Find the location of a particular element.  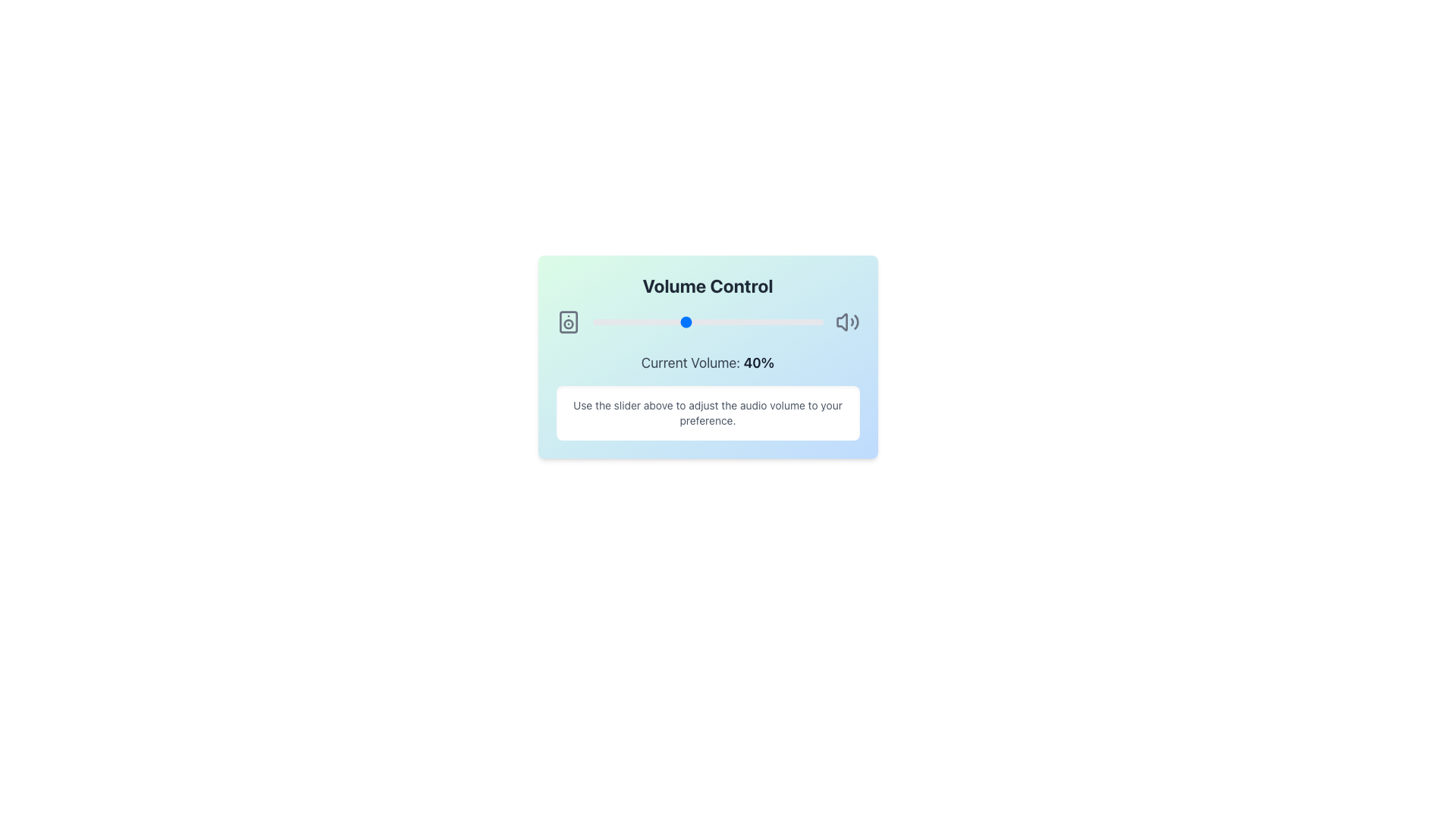

the rectangular SVG graphical element with rounded corners inside the speaker icon located in the top-left corner of the volume control interface to focus is located at coordinates (567, 321).